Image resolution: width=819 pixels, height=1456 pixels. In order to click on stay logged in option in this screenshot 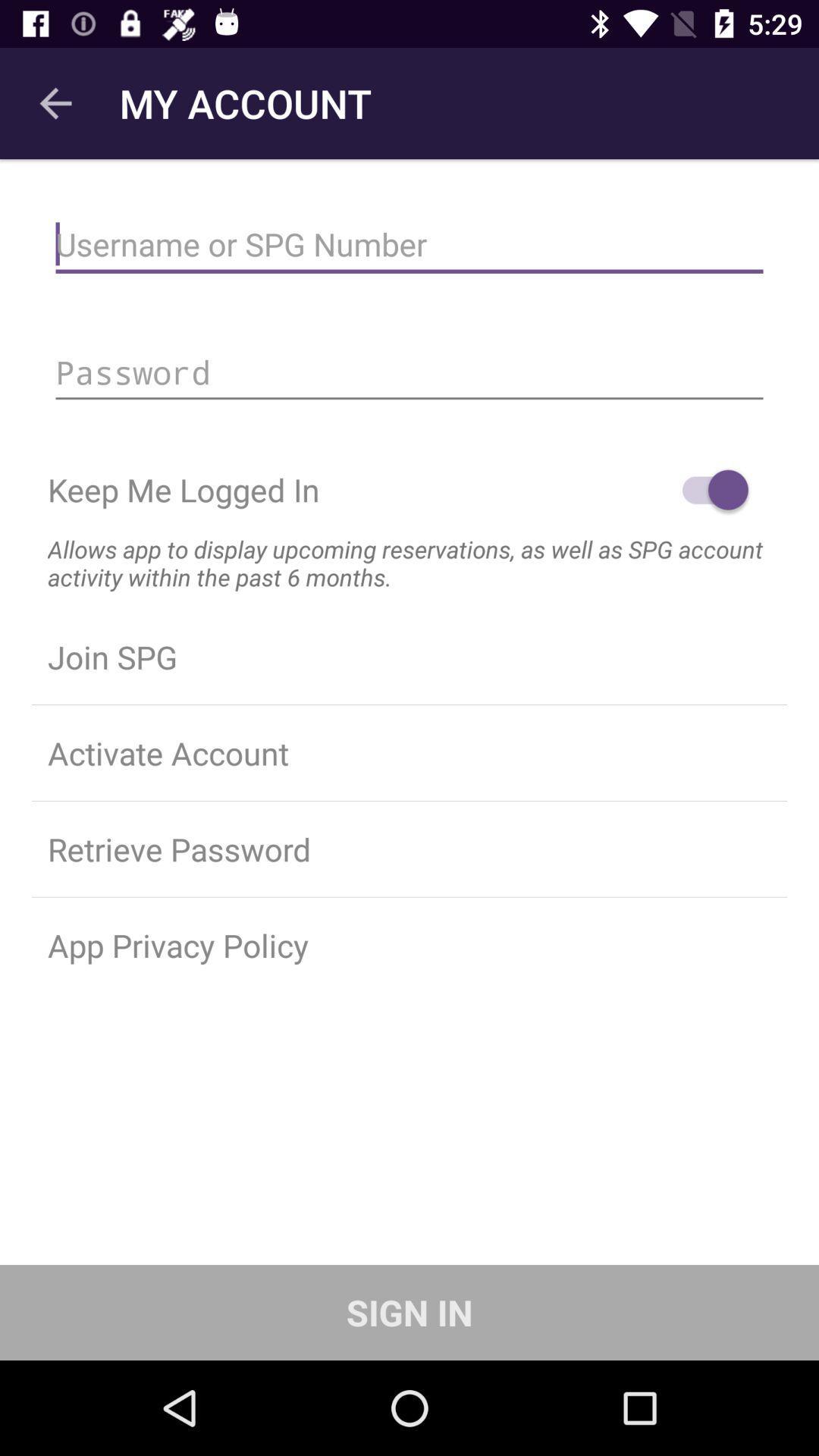, I will do `click(708, 490)`.